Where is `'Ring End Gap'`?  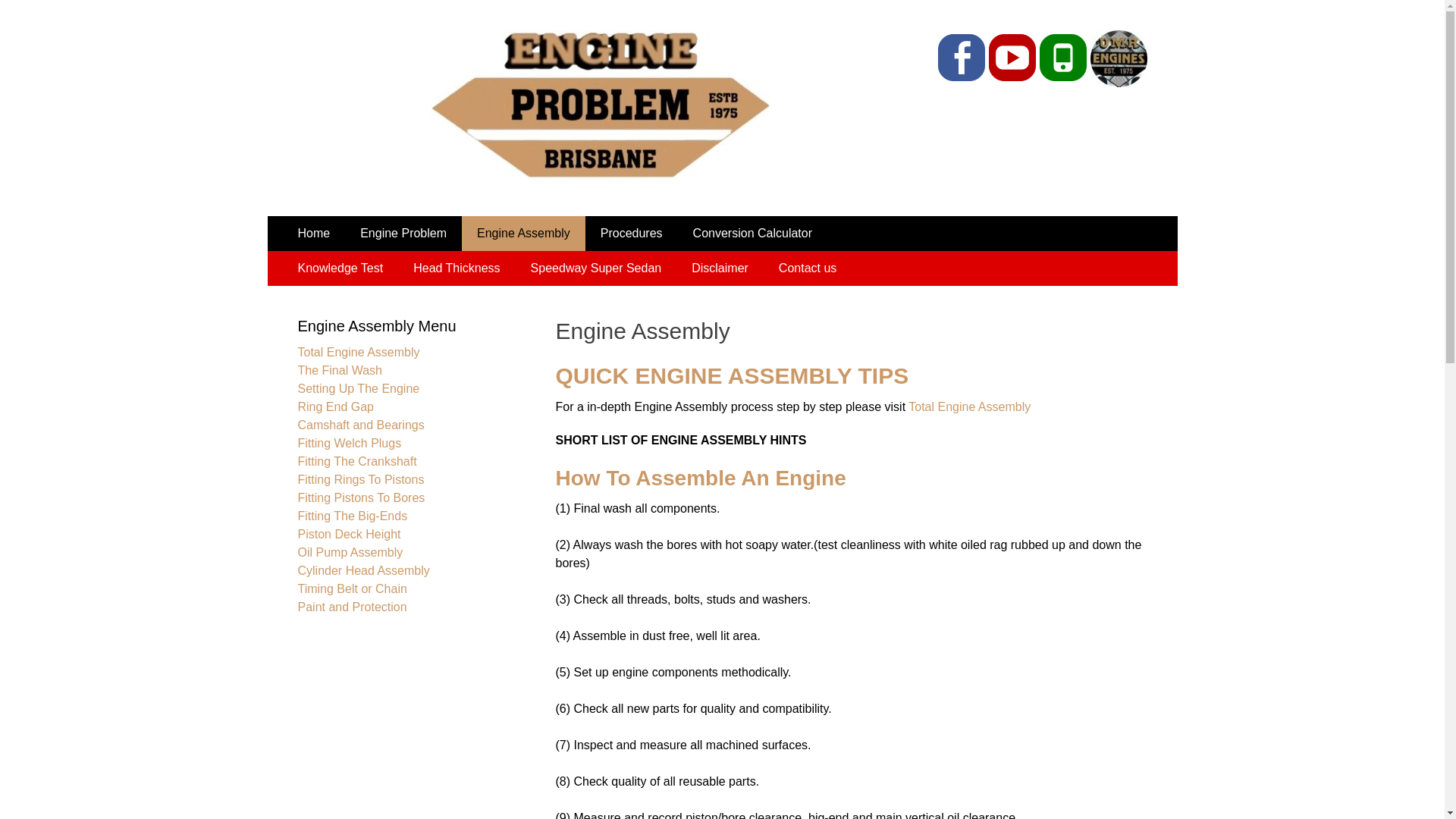
'Ring End Gap' is located at coordinates (297, 406).